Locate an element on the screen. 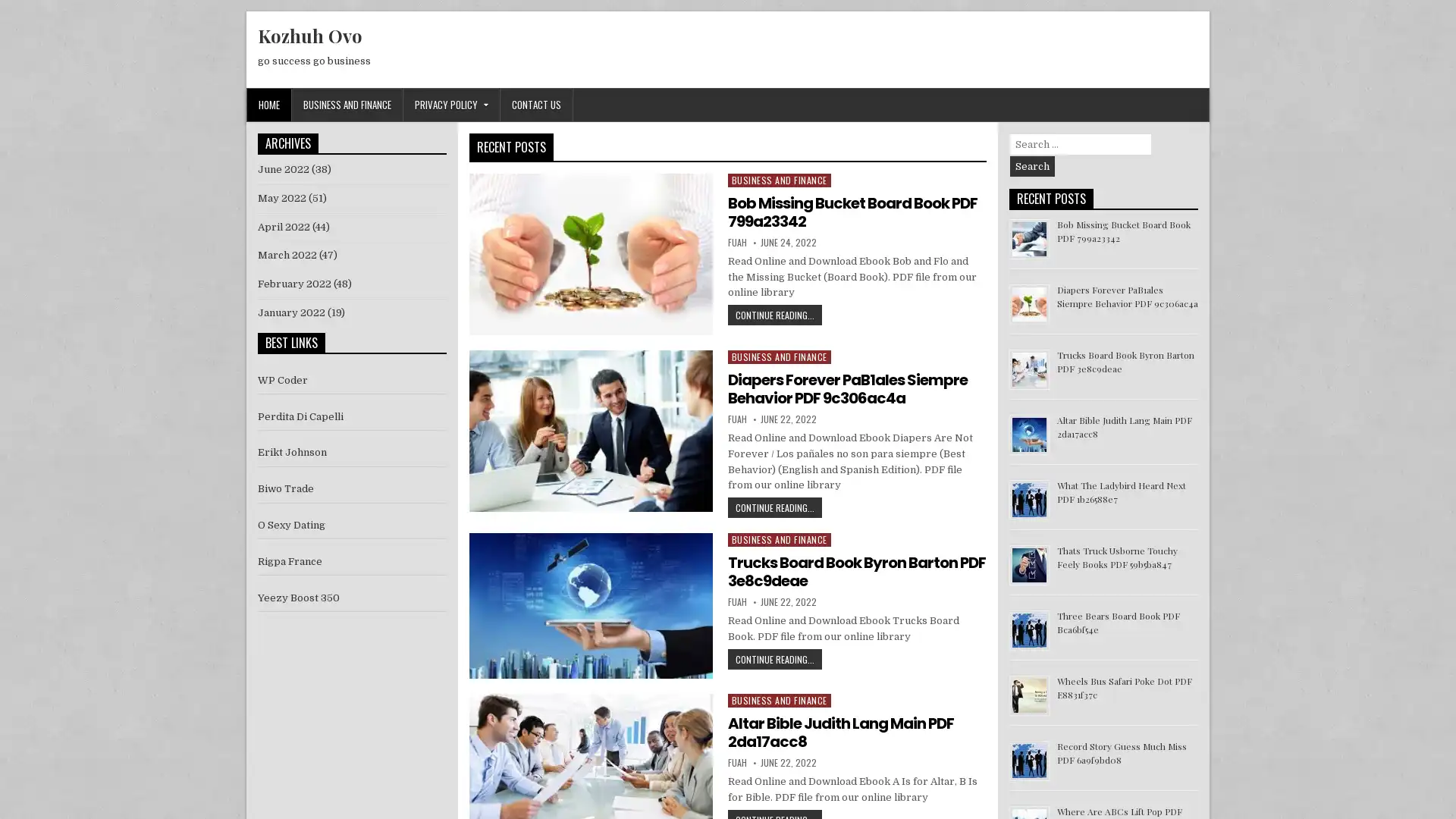 This screenshot has height=819, width=1456. Search is located at coordinates (1031, 166).